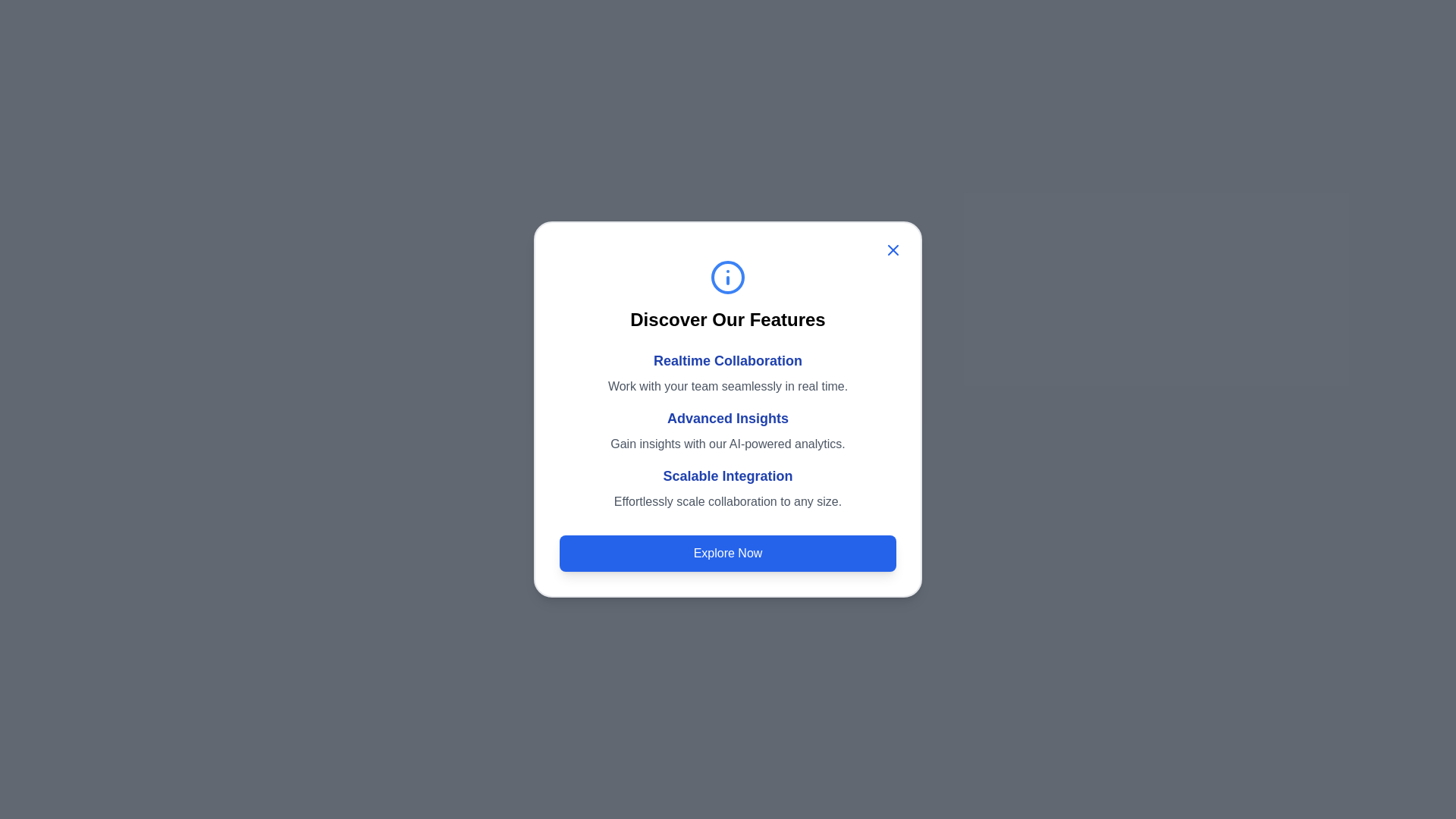  Describe the element at coordinates (728, 373) in the screenshot. I see `the textual feature description block titled 'Realtime Collaboration' which includes a bold blue title and a smaller gray description, positioned in the main modal` at that location.